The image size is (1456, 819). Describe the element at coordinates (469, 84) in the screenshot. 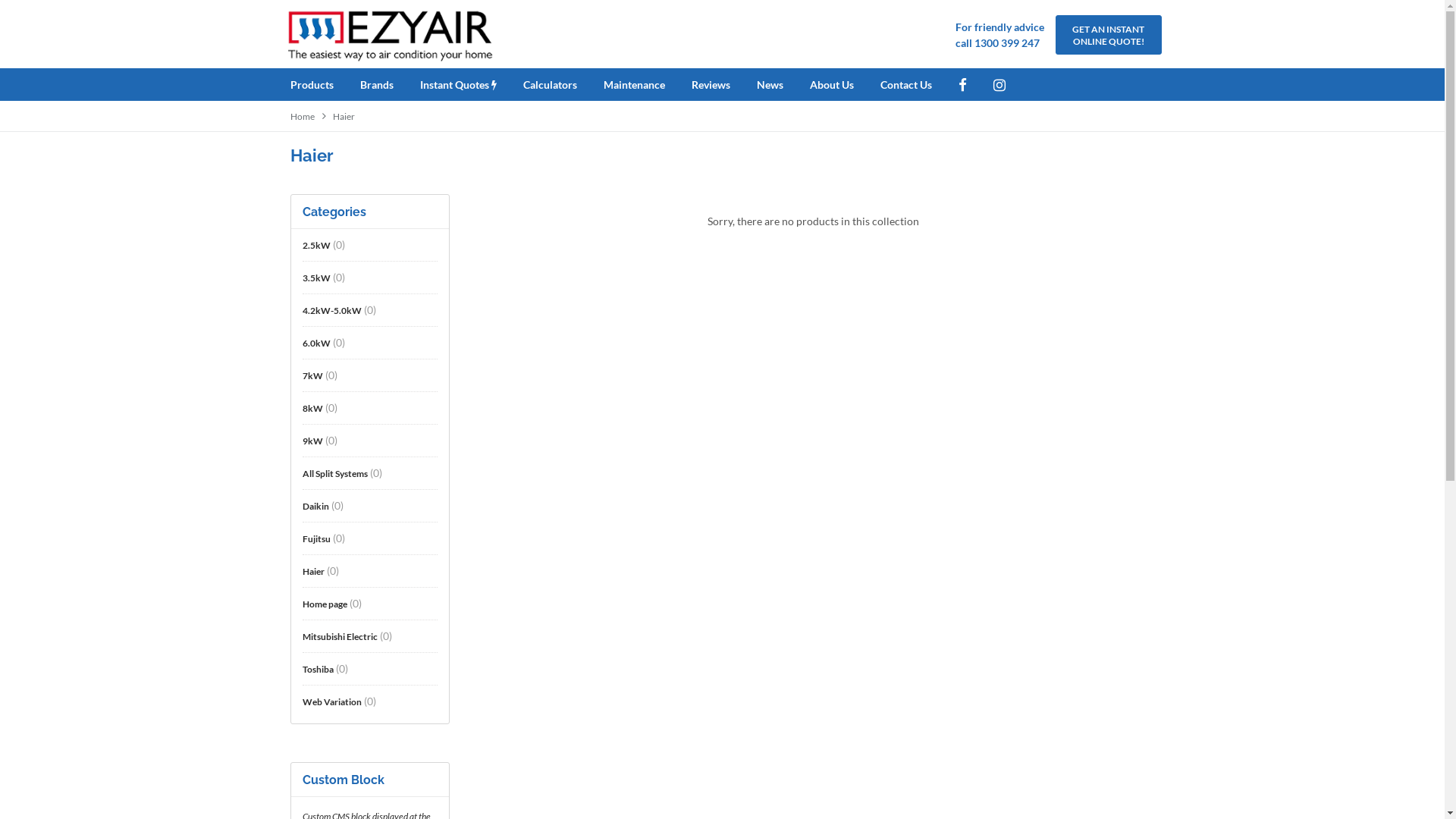

I see `'Instant Quotes'` at that location.